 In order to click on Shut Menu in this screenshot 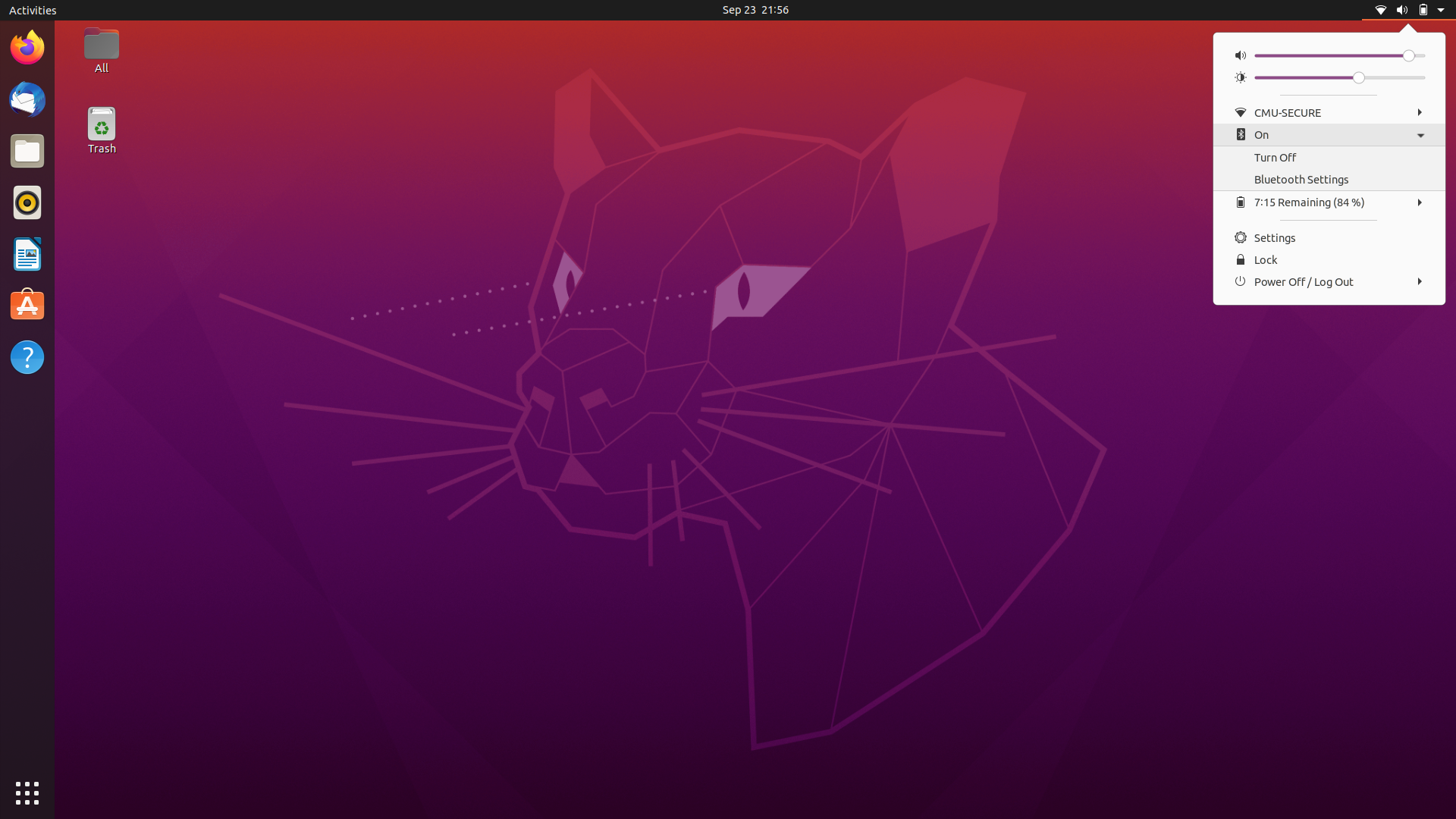, I will do `click(1407, 10)`.